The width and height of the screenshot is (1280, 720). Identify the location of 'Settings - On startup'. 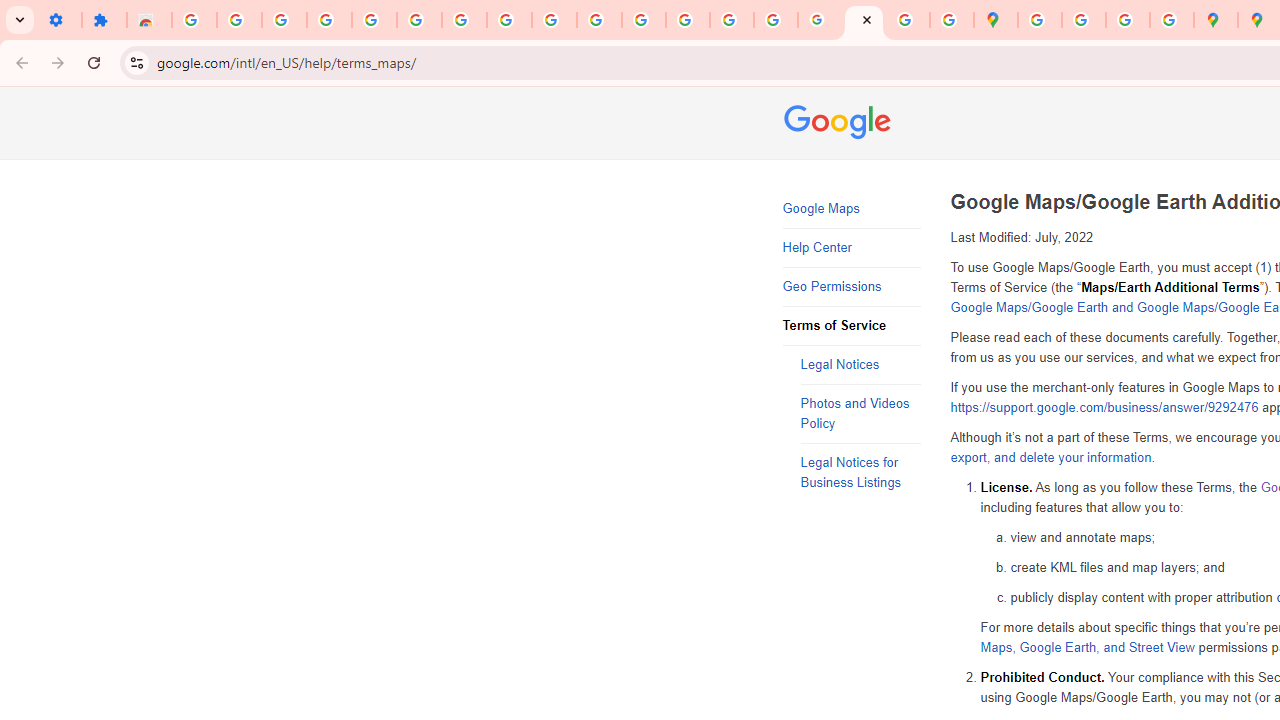
(59, 20).